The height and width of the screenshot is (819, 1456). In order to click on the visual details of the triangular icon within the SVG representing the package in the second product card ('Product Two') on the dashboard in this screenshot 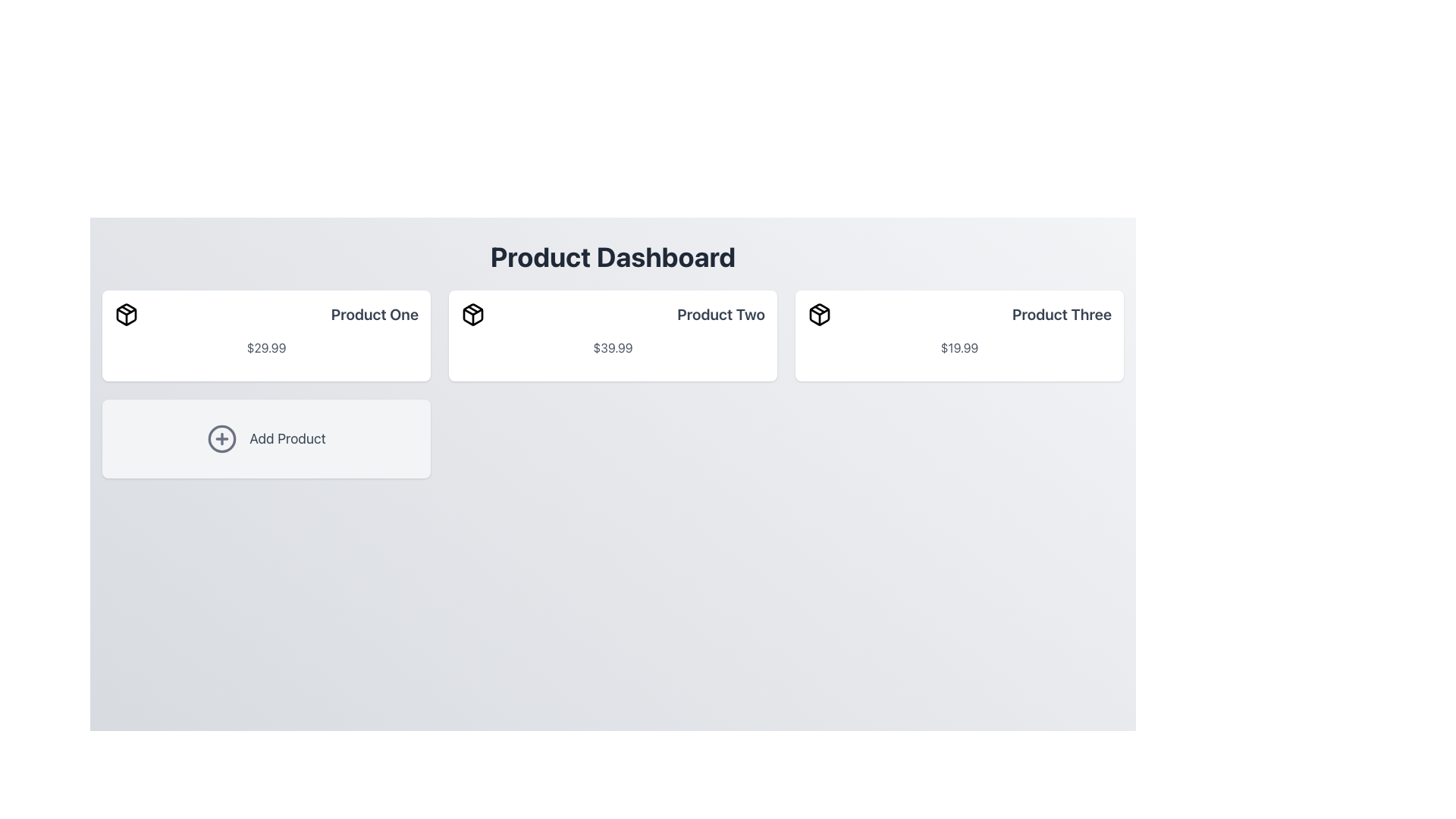, I will do `click(472, 311)`.